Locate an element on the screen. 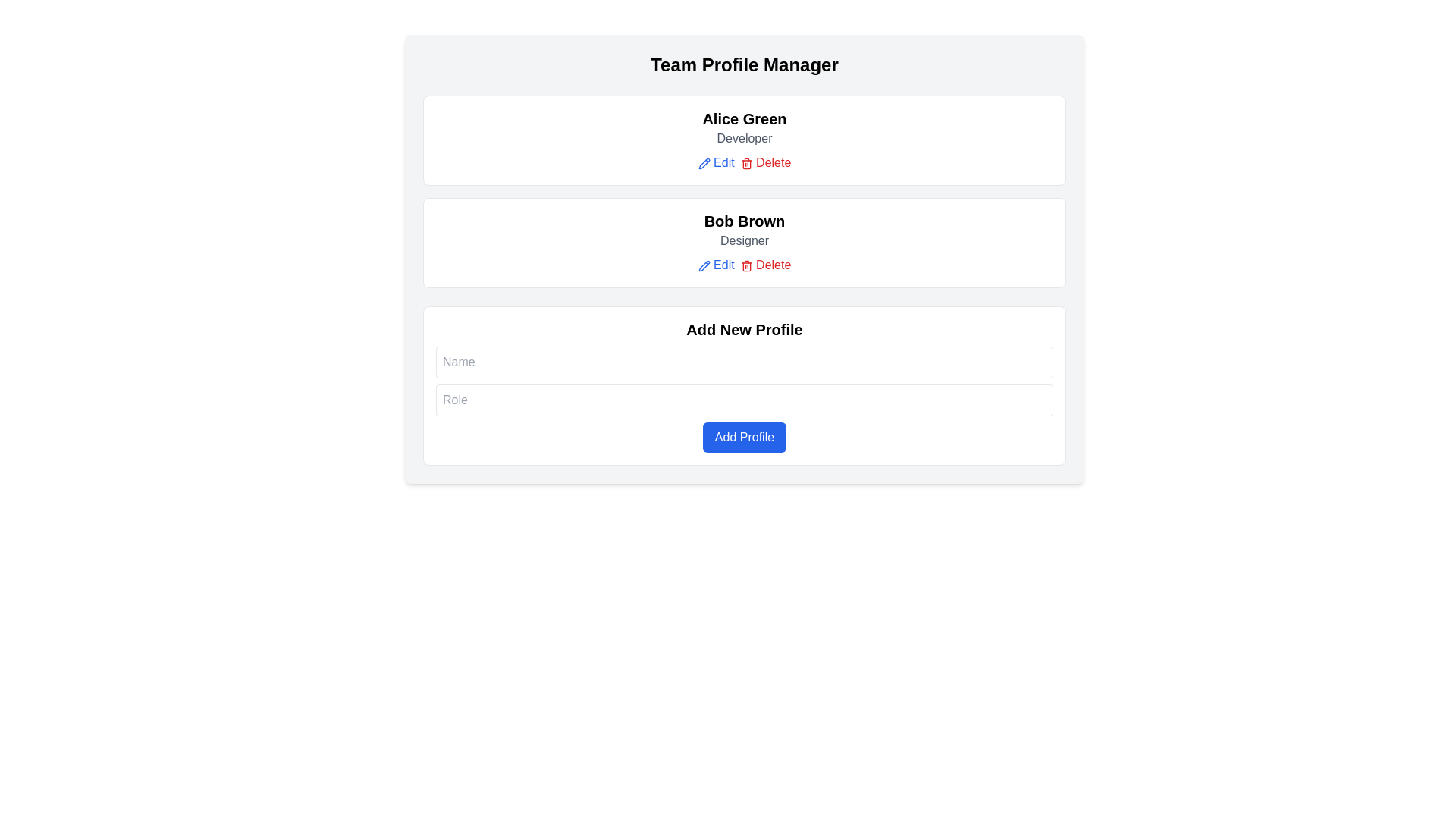  the red trash can icon that is part of the 'Delete' button, located to the right of the 'Edit' link in the profile card for 'Alice Green' is located at coordinates (746, 163).